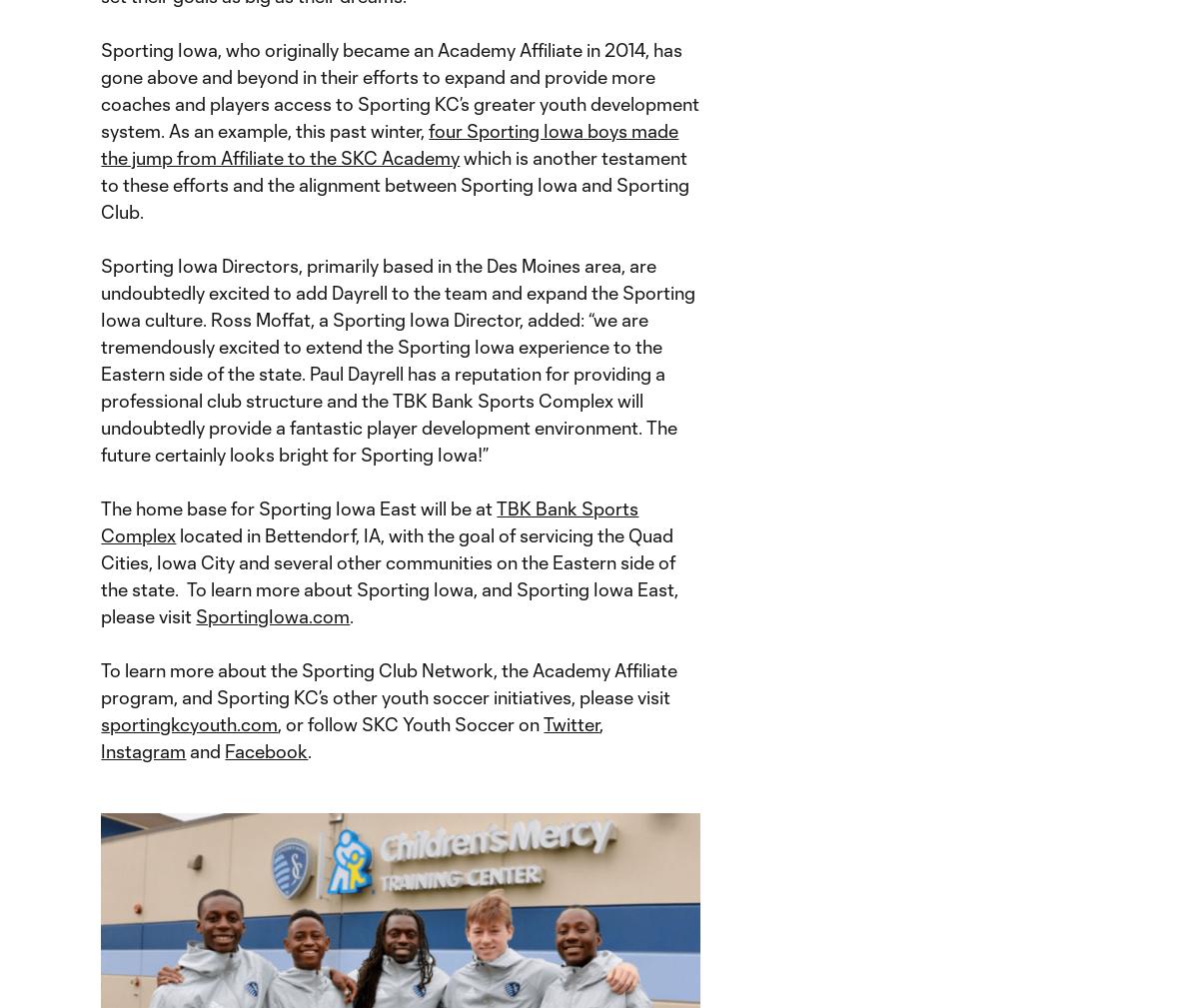 The width and height of the screenshot is (1199, 1008). I want to click on 'which is another testament to these efforts and the alignment between Sporting Iowa and Sporting Club.', so click(395, 183).